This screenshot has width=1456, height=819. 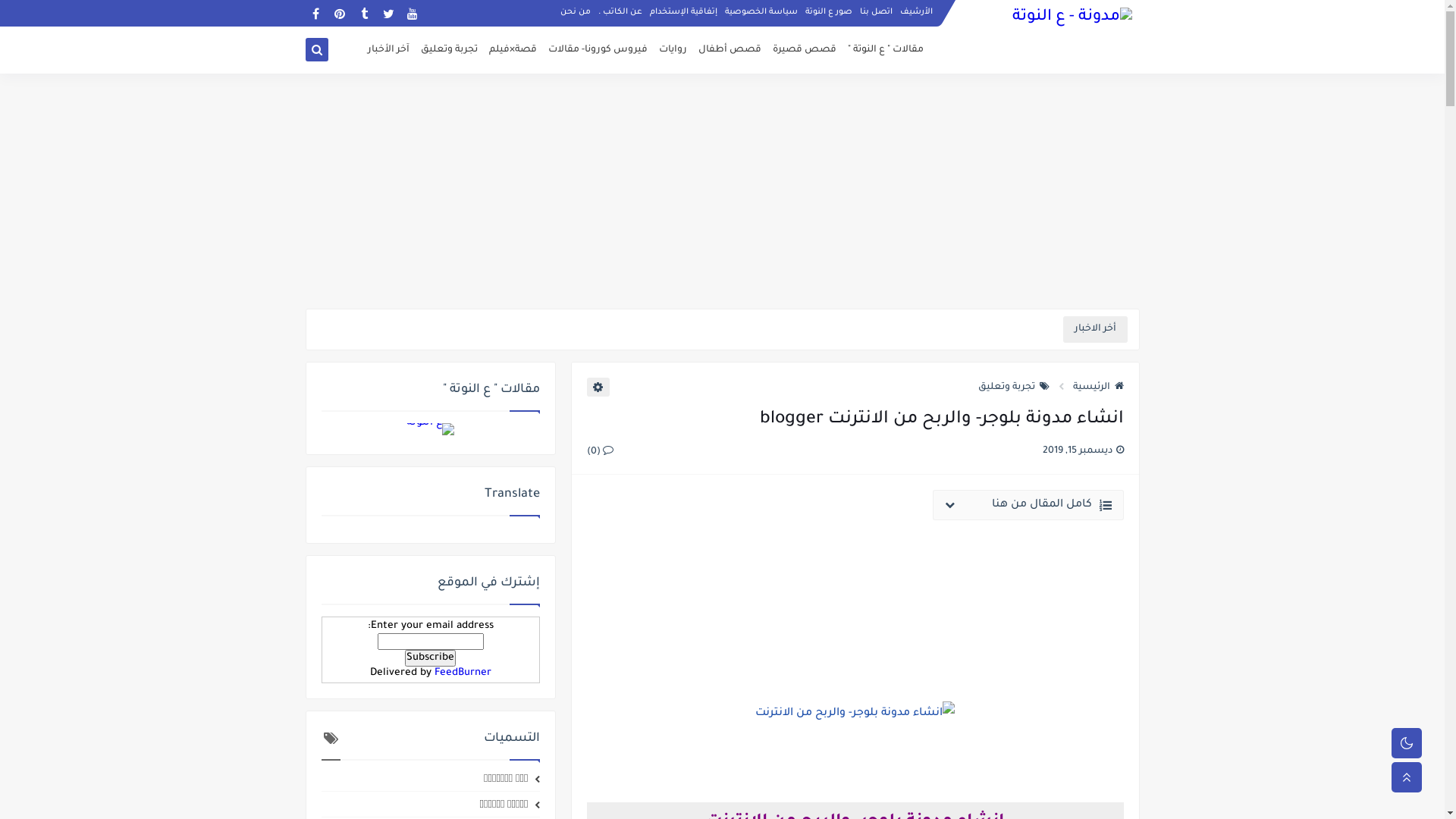 I want to click on 'Subscribe', so click(x=429, y=657).